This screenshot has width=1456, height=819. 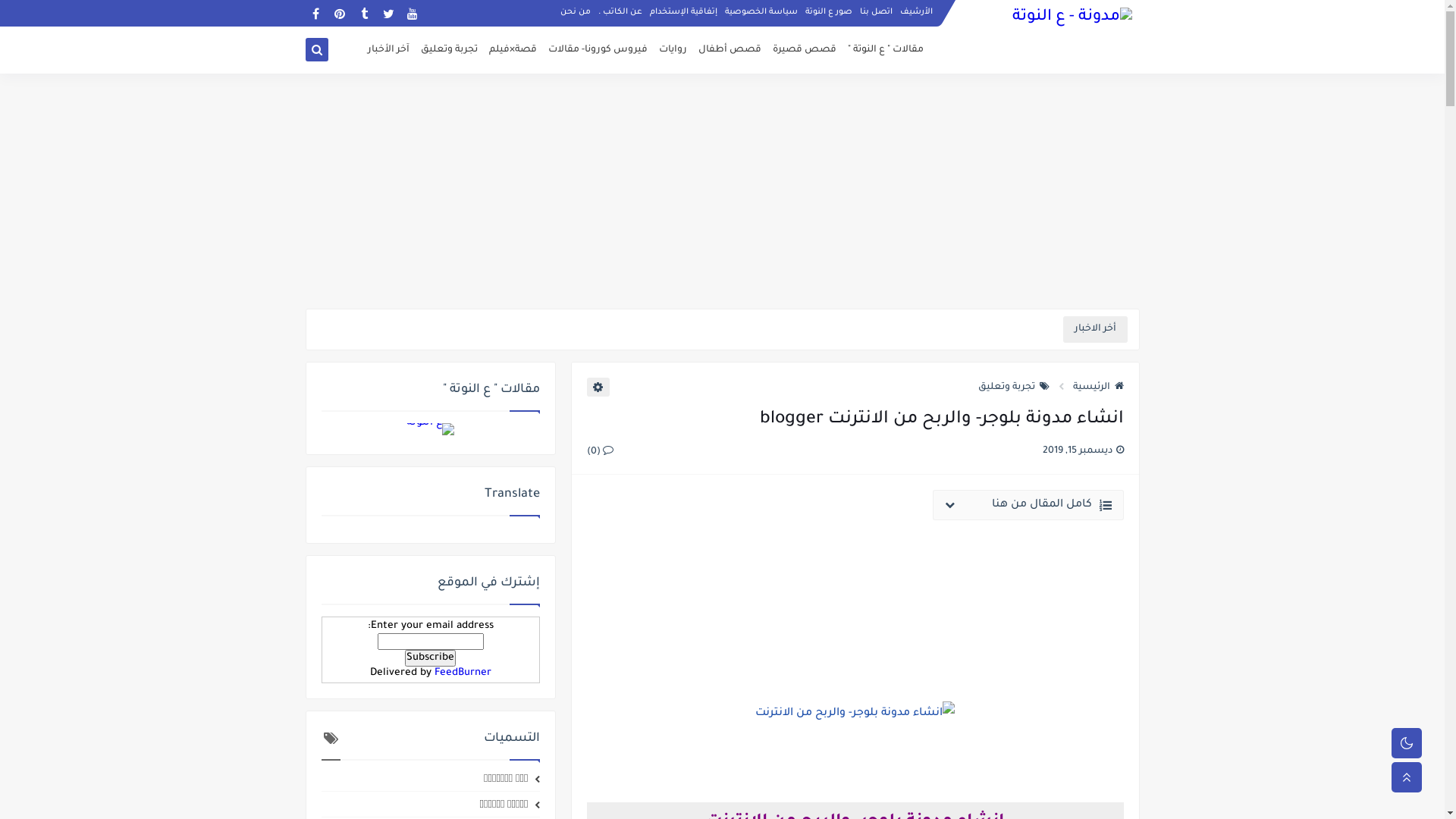 I want to click on 'Subscribe', so click(x=429, y=657).